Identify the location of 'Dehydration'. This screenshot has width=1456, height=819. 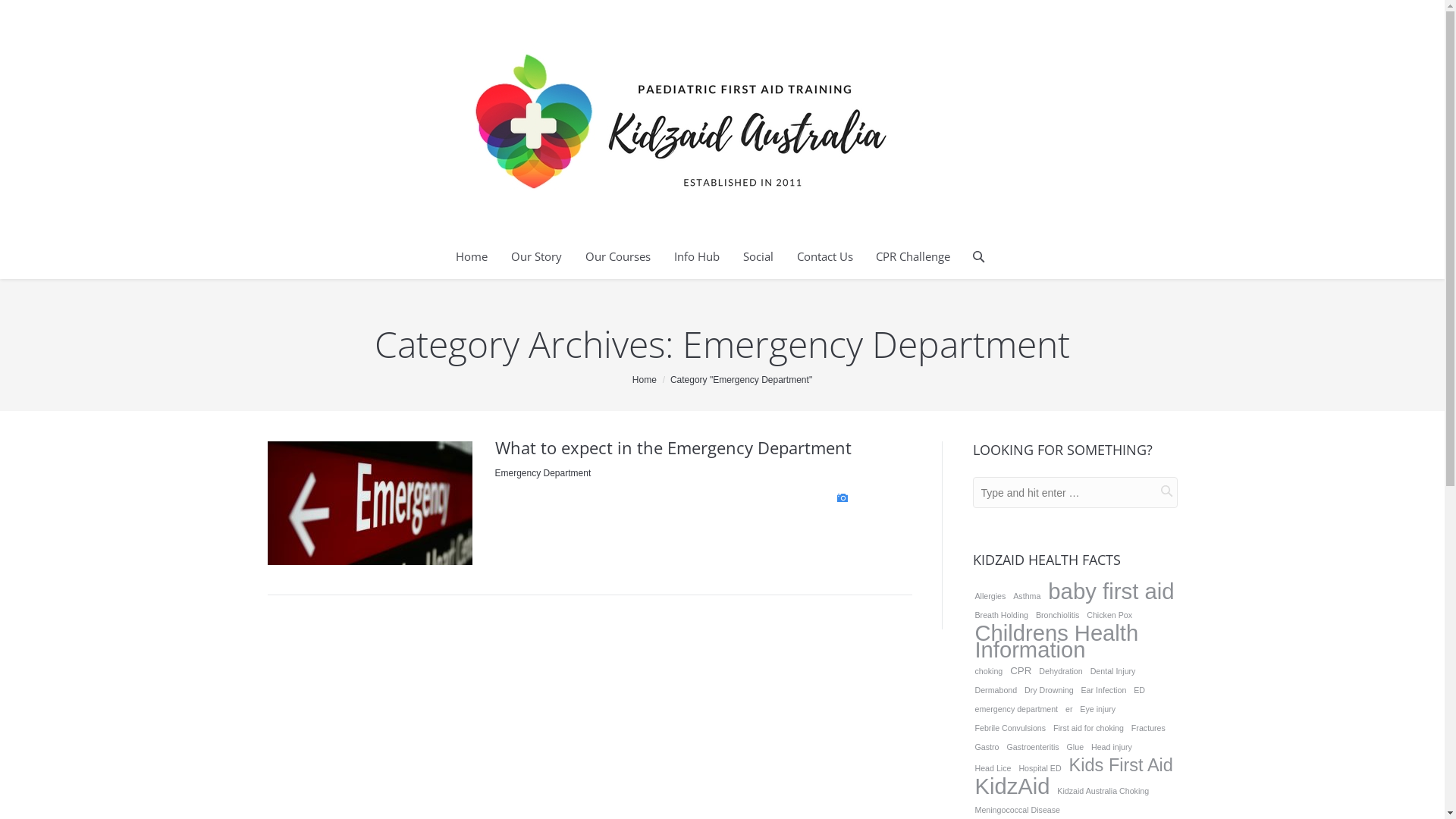
(1059, 670).